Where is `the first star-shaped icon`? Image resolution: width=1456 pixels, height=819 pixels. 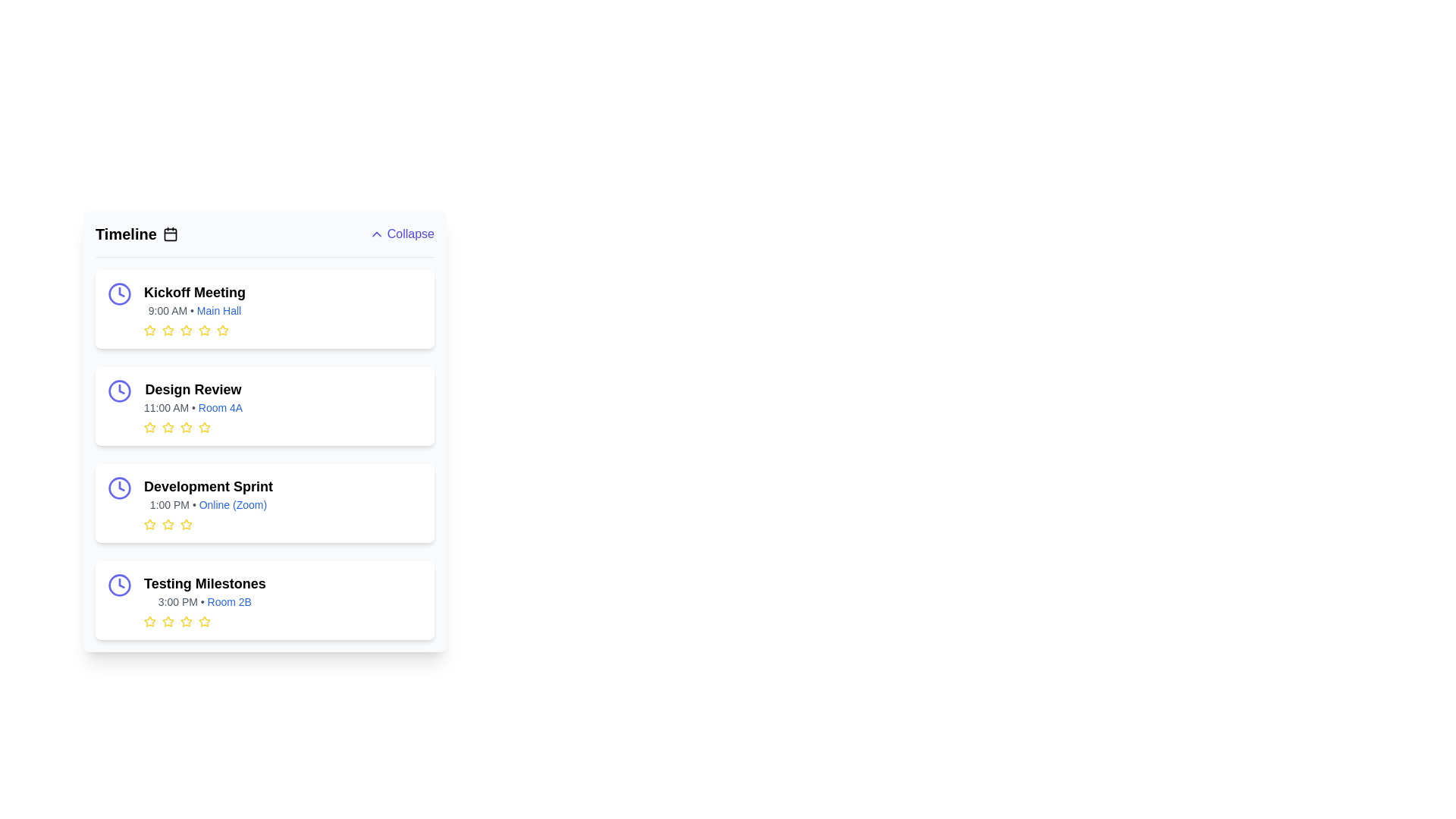
the first star-shaped icon is located at coordinates (168, 329).